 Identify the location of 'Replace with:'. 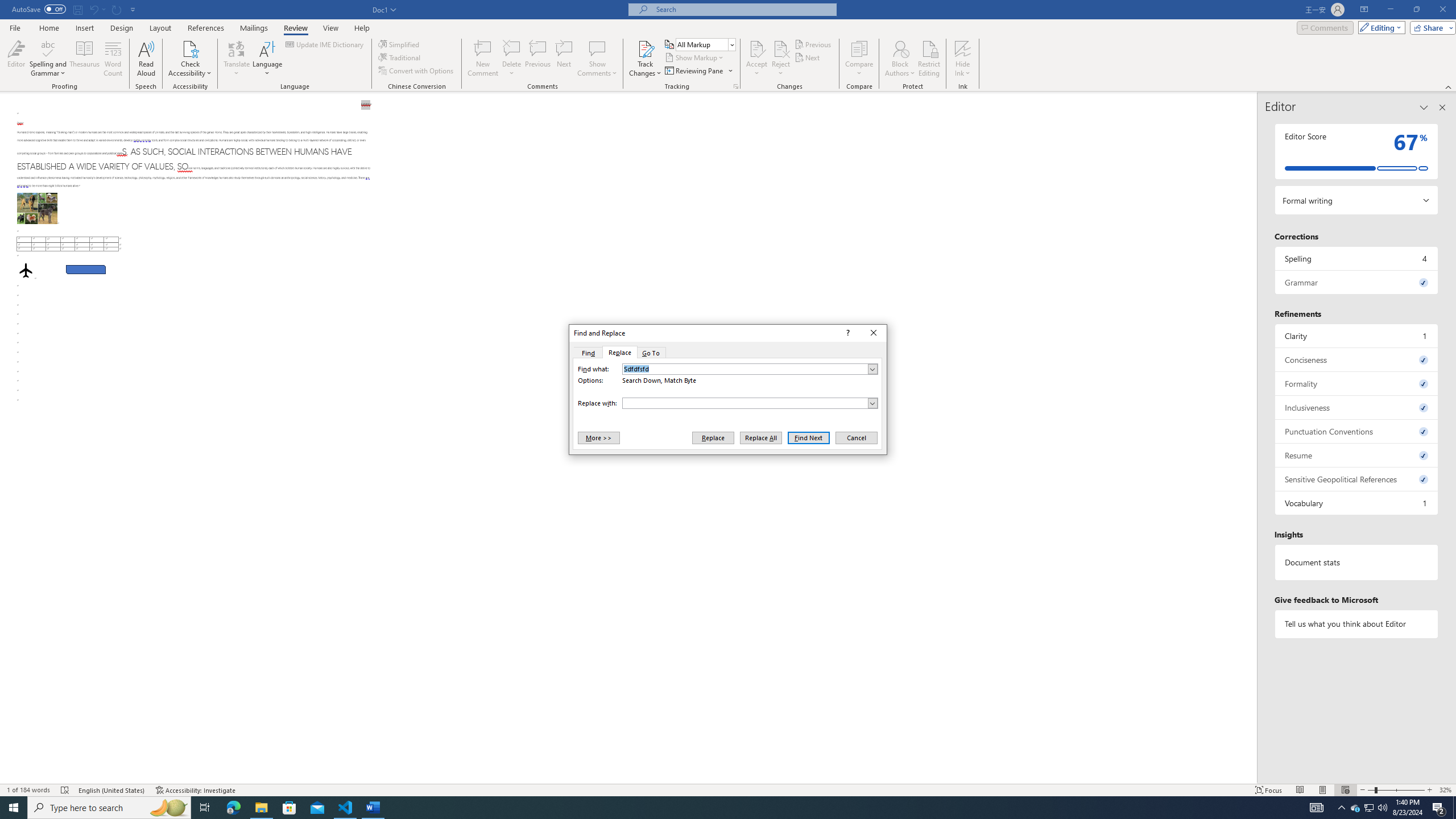
(749, 403).